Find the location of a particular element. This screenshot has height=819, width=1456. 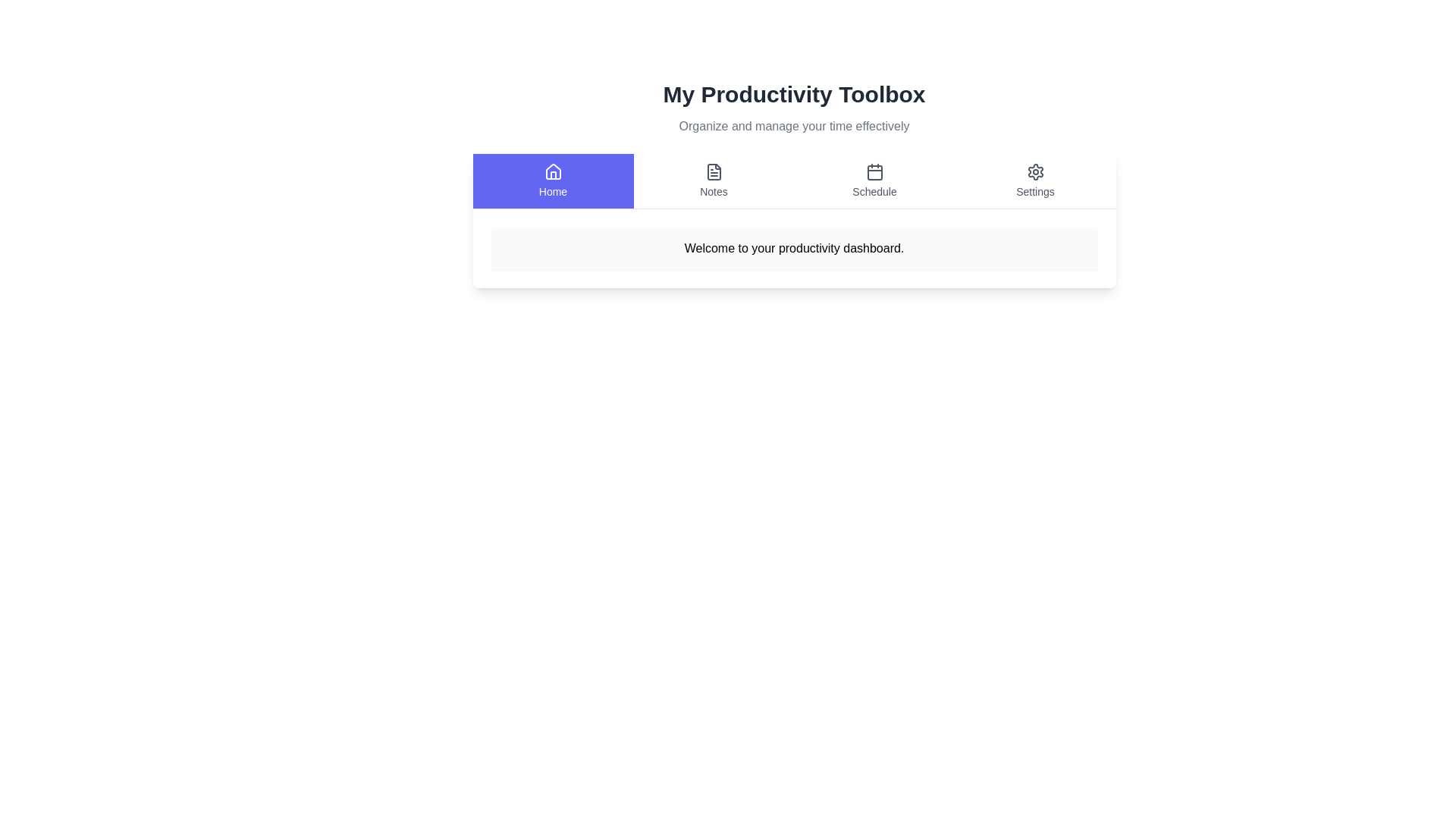

text contained in the informational box with a light gray background that says 'Welcome to your productivity dashboard.' is located at coordinates (793, 247).